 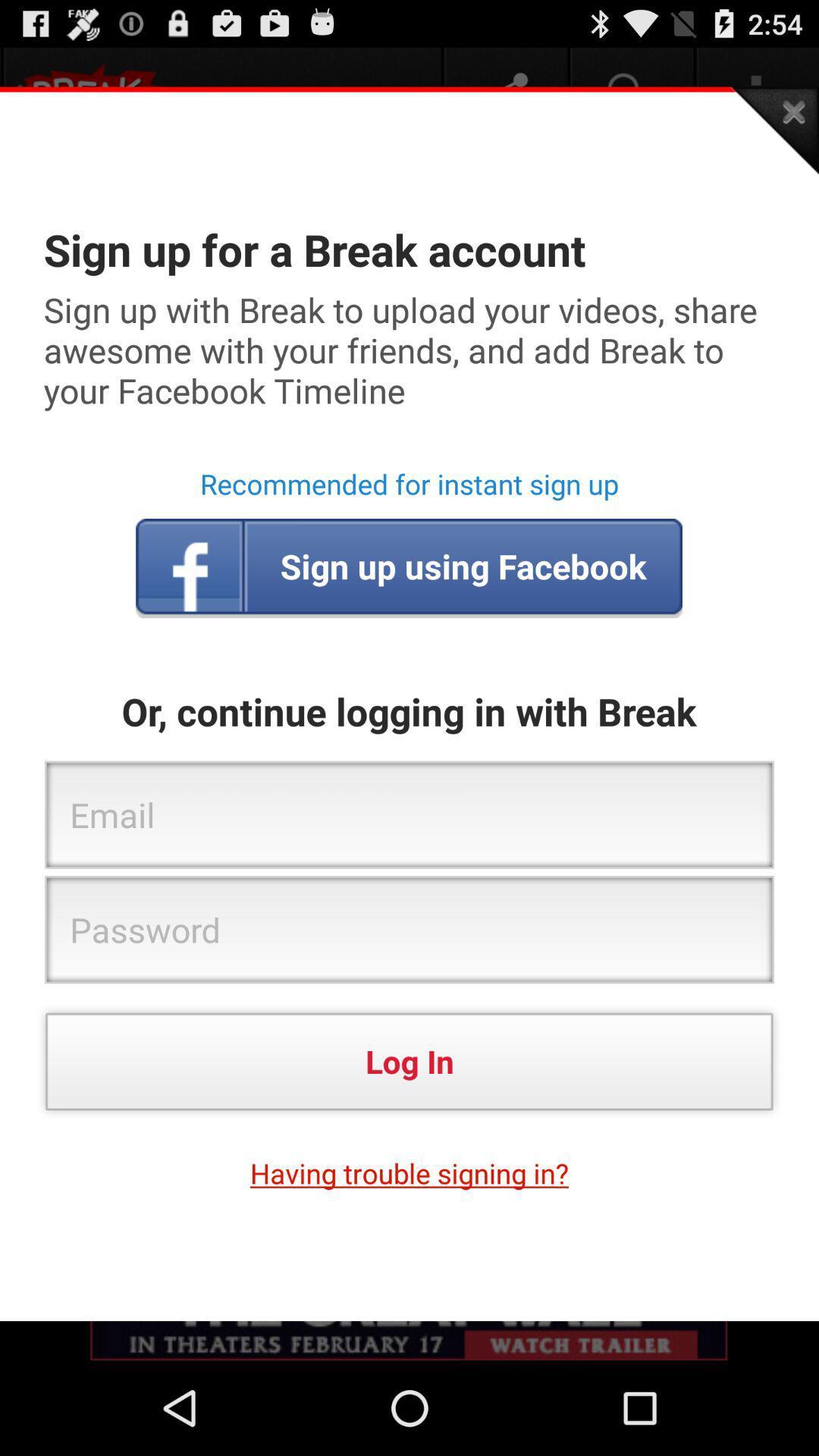 I want to click on the app above the having trouble signing item, so click(x=409, y=1060).